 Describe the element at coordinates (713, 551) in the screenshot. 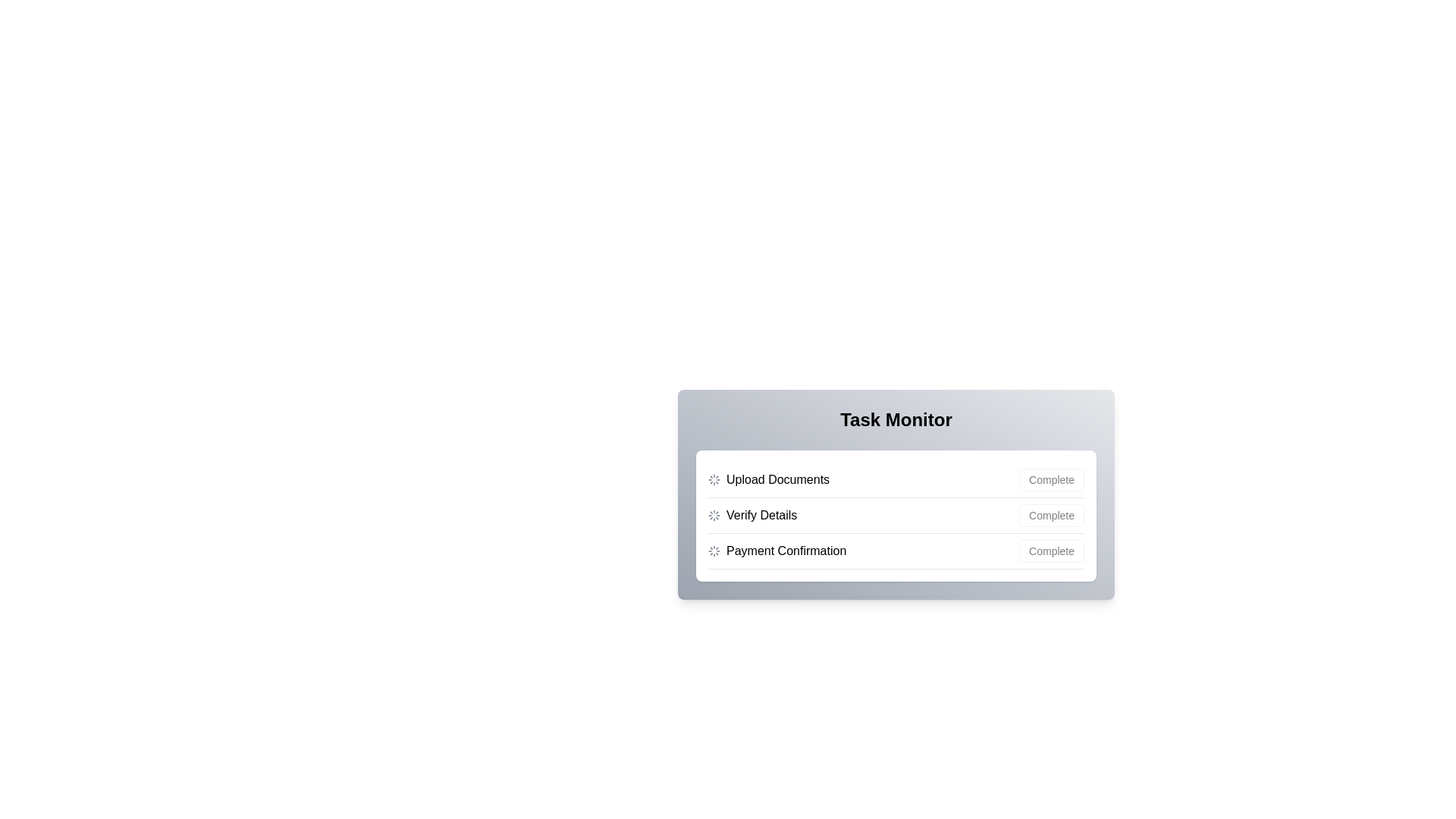

I see `the loading spinner or loader icon indicating that a 'Payment Confirmation' process is ongoing, which is positioned to the left of the label 'Payment Confirmation'` at that location.